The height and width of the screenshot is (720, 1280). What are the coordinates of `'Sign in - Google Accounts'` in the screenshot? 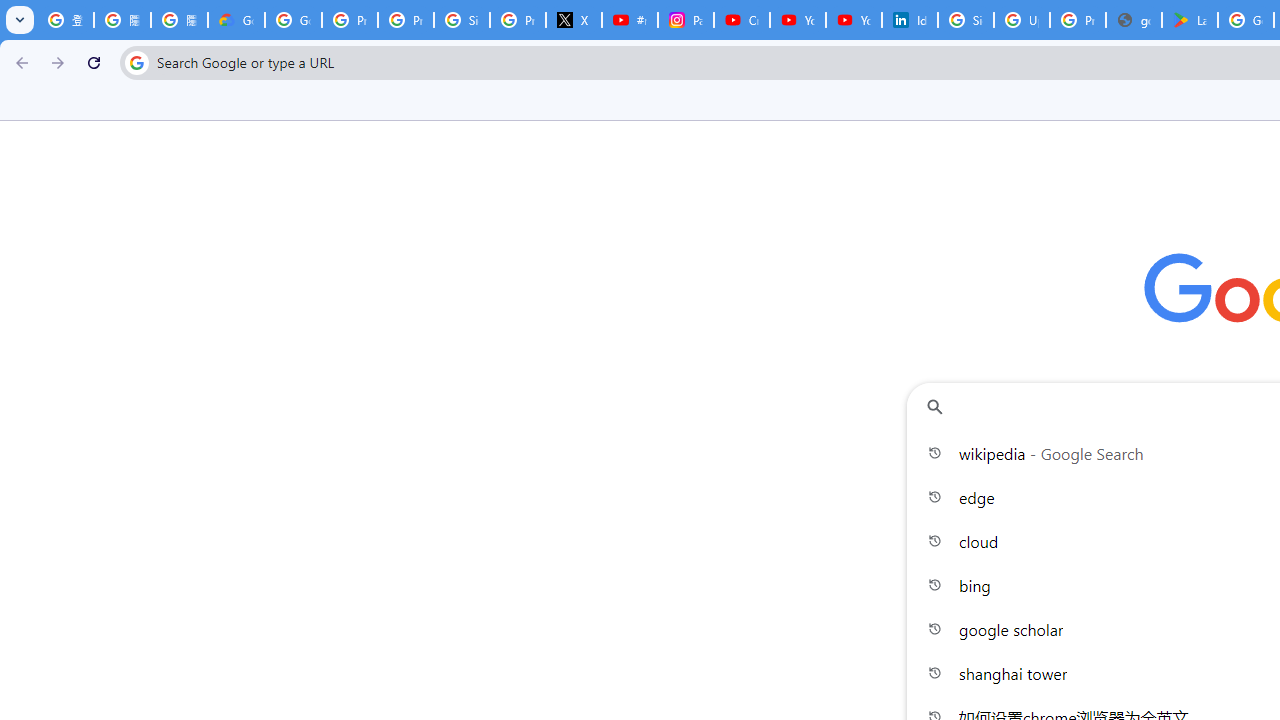 It's located at (966, 20).